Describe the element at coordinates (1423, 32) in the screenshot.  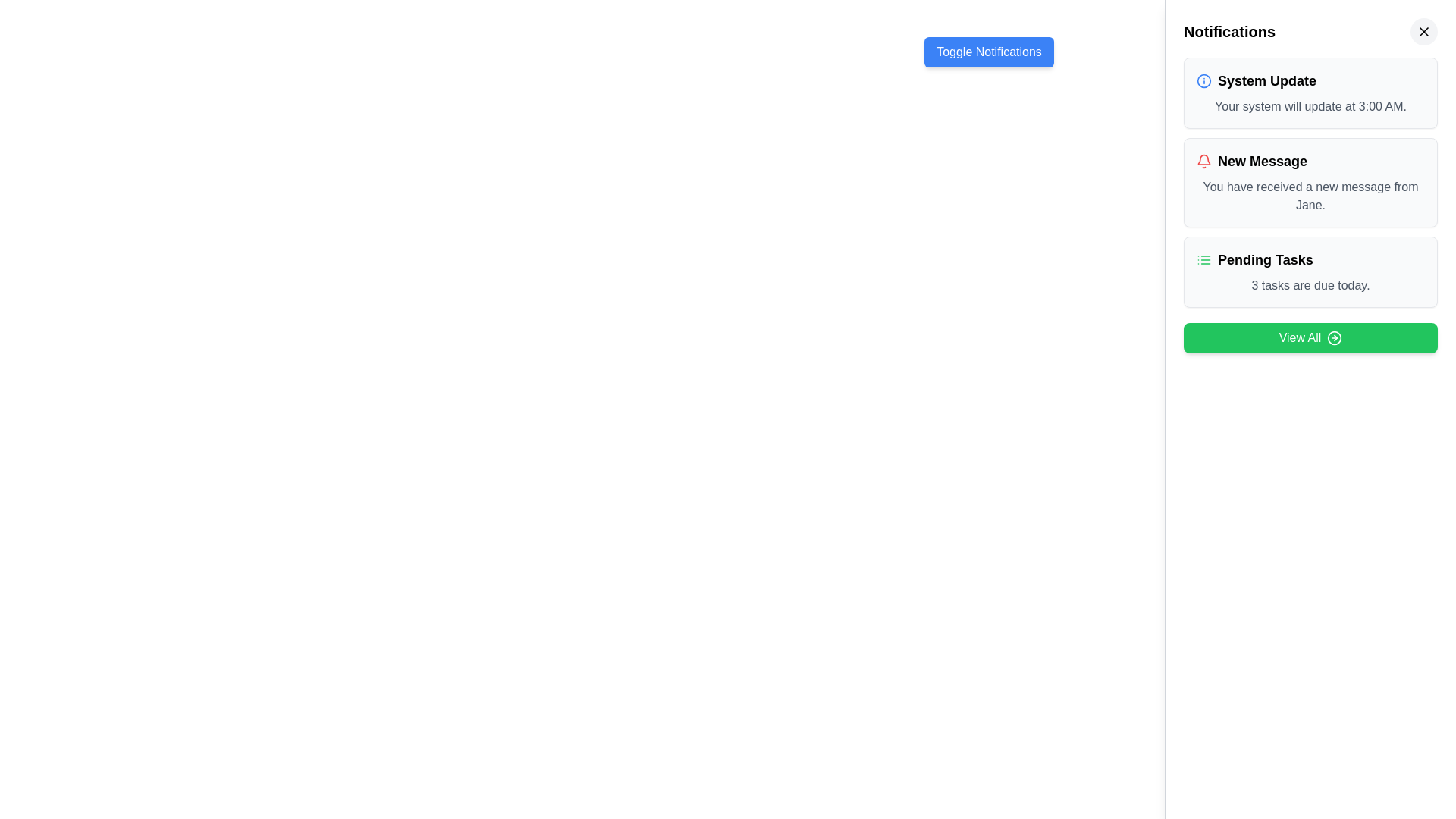
I see `the Close button (an 'X' icon) located at the top-right corner of the Notifications panel` at that location.